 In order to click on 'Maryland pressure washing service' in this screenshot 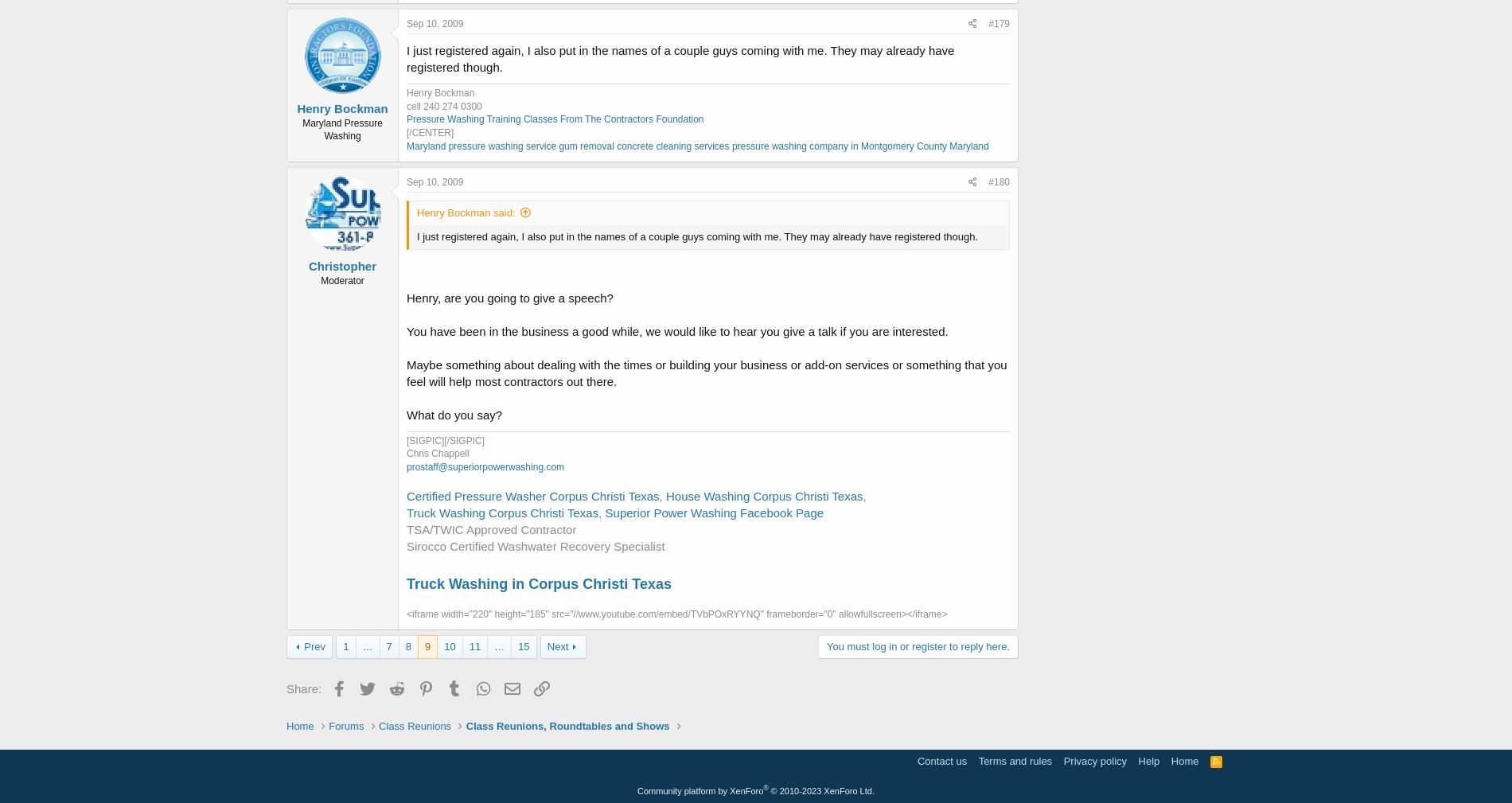, I will do `click(481, 146)`.